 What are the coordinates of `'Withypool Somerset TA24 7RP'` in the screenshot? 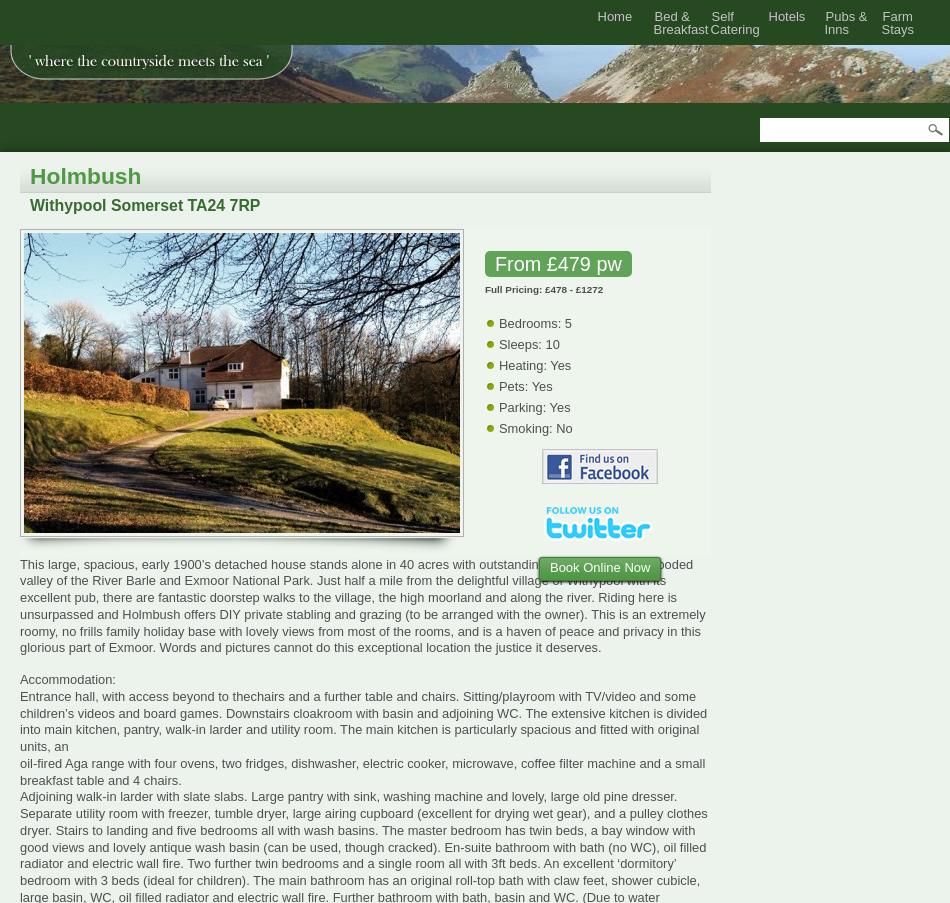 It's located at (144, 204).